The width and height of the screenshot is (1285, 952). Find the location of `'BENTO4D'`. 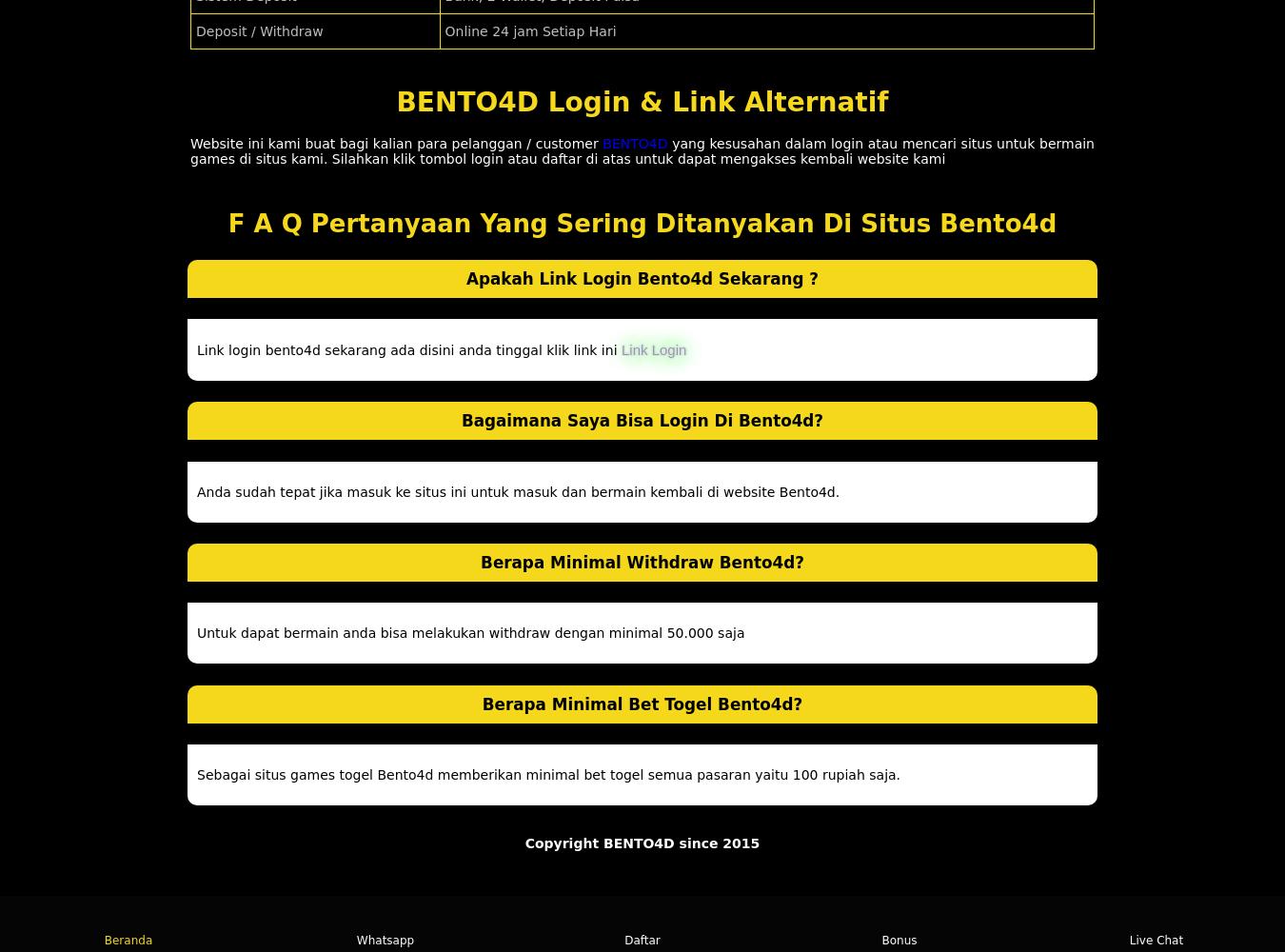

'BENTO4D' is located at coordinates (635, 143).